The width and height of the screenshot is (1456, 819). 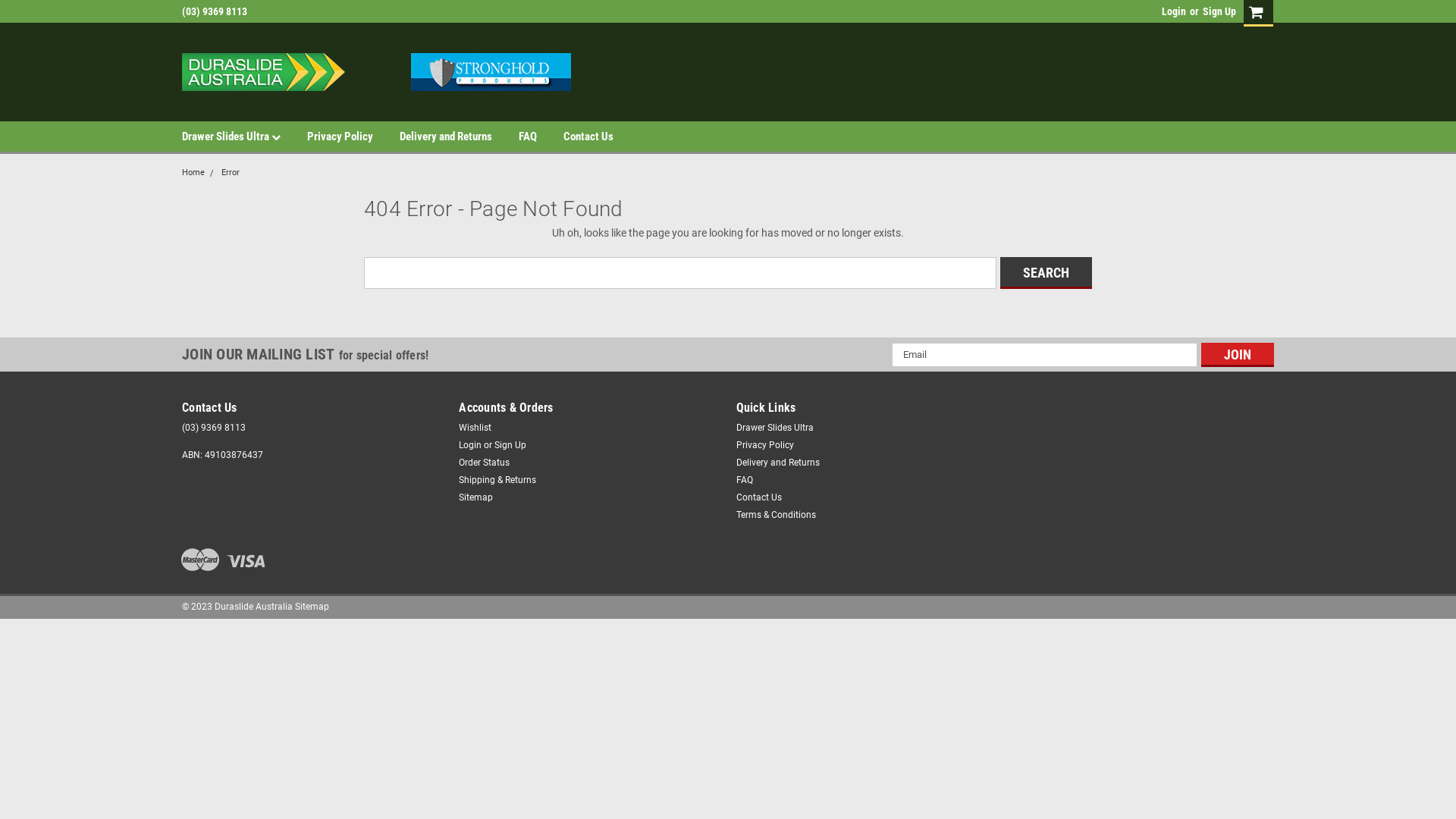 I want to click on 'Delivery and Returns', so click(x=458, y=136).